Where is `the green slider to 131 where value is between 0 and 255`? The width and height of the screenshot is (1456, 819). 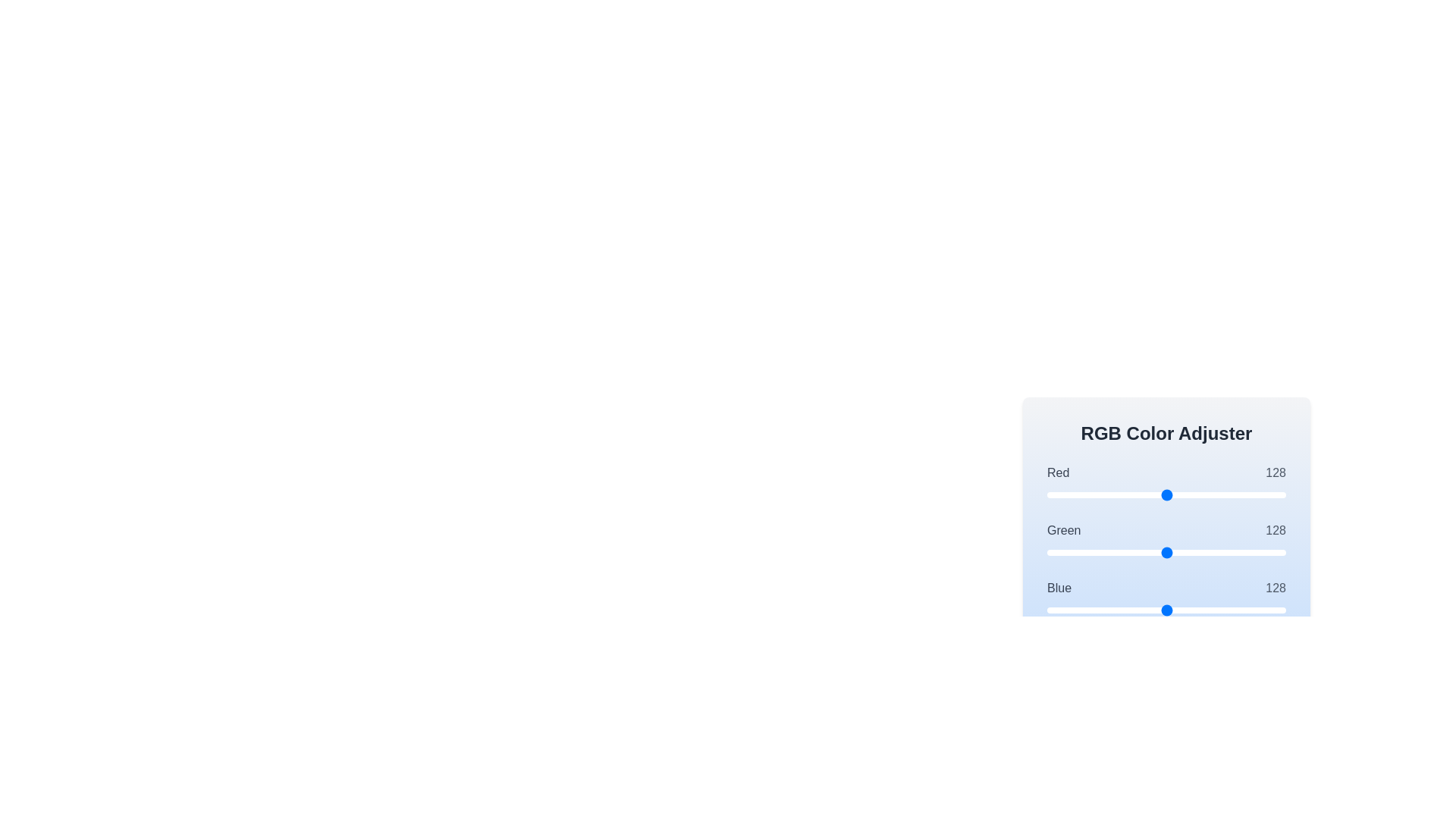
the green slider to 131 where value is between 0 and 255 is located at coordinates (1169, 553).